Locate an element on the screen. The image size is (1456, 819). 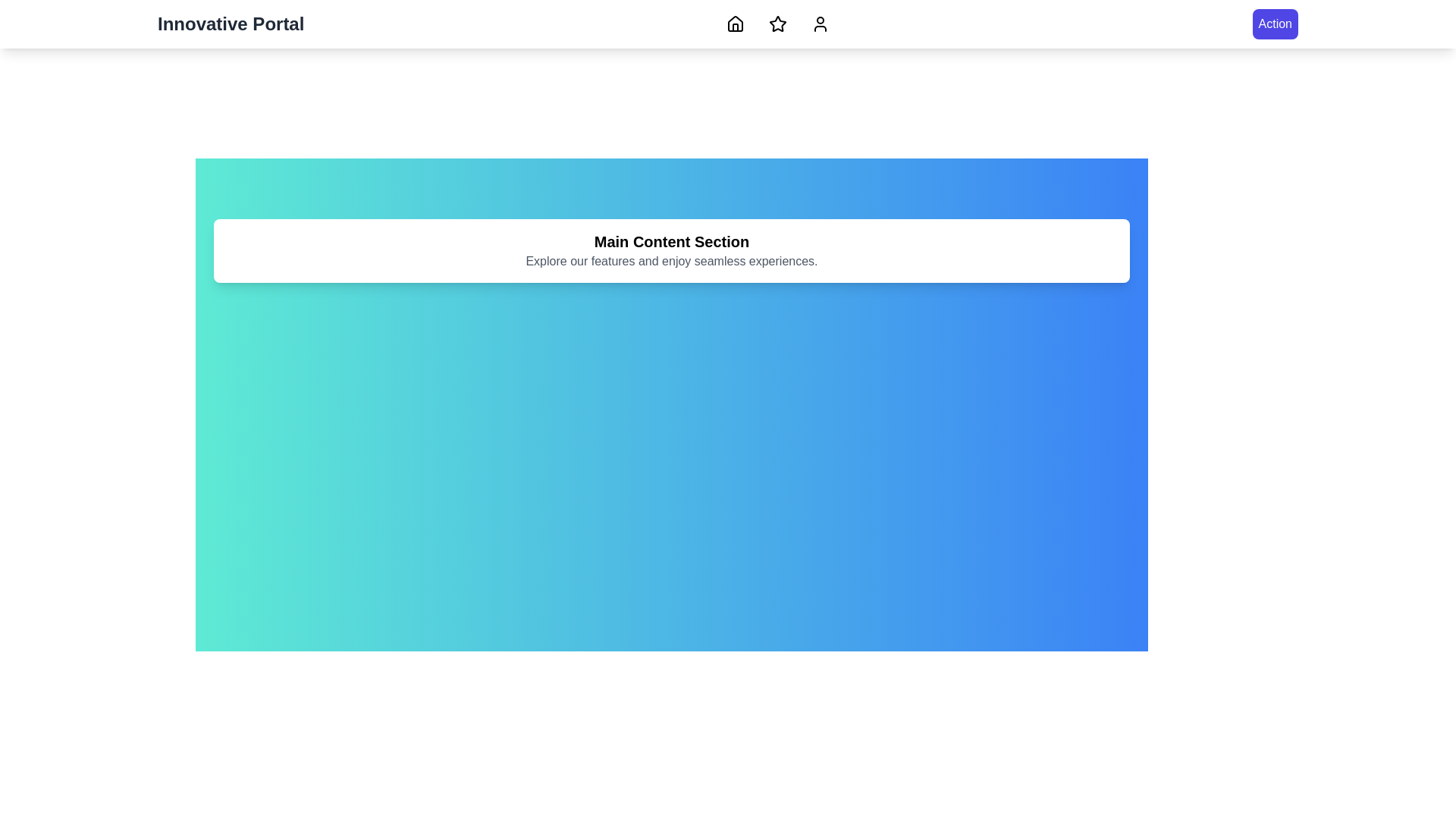
the navigation button corresponding to User is located at coordinates (820, 24).